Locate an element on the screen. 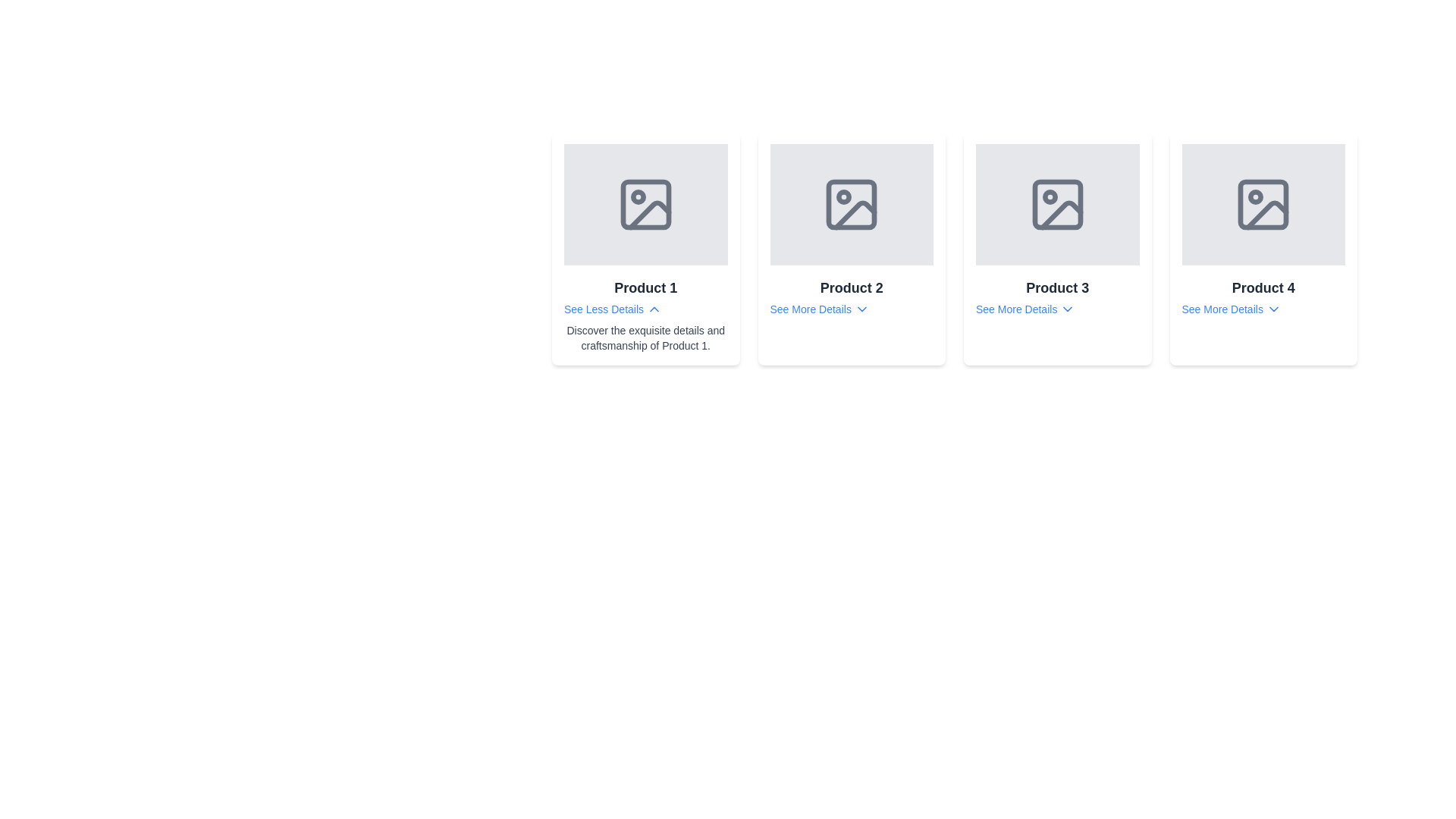 The width and height of the screenshot is (1456, 819). the 'See Less Details' button styled as a link with an upward-pointing chevron icon is located at coordinates (613, 309).